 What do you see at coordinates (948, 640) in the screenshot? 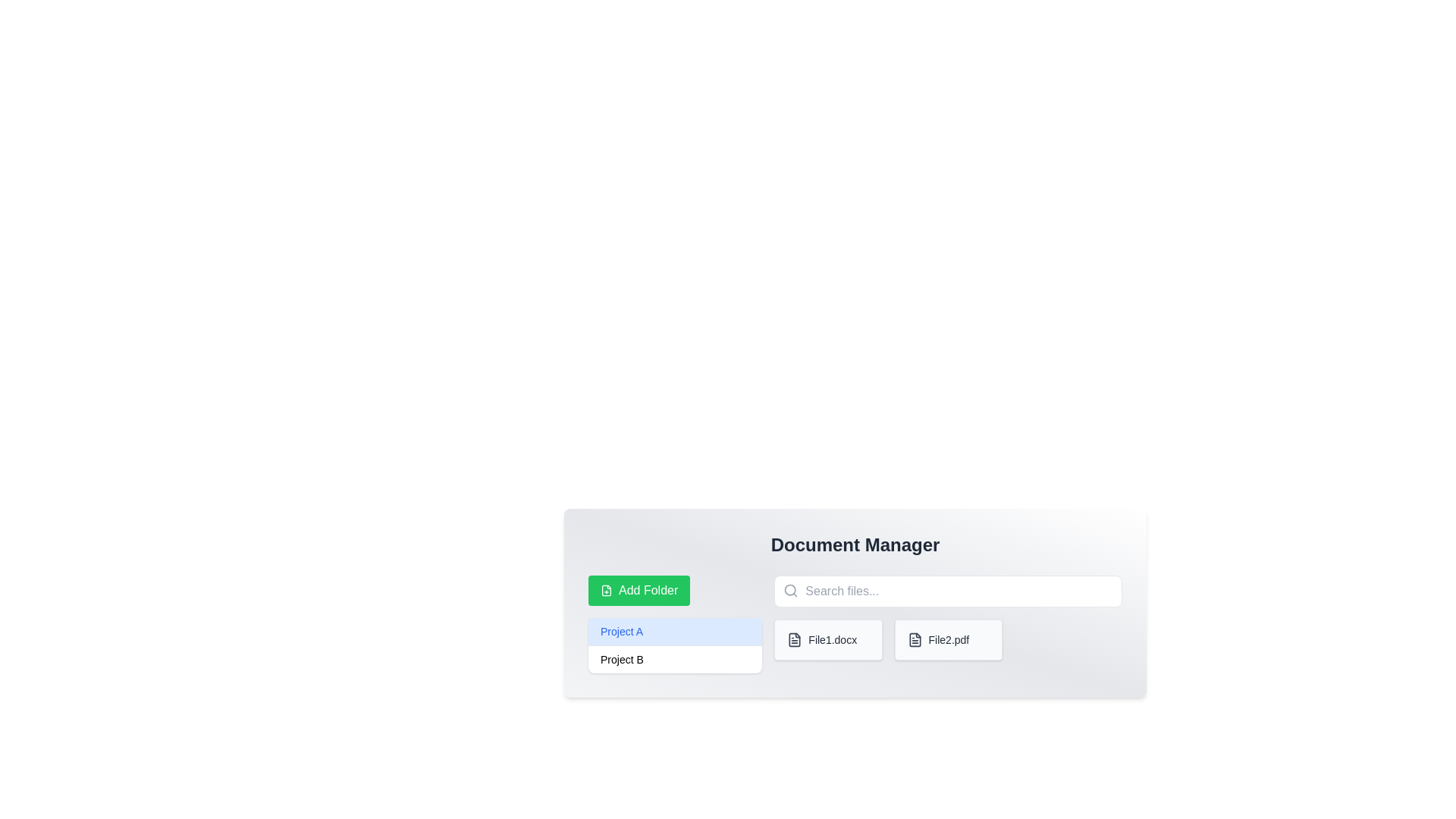
I see `the static text label 'File2.pdf' which is styled with a smaller font size and medium weight, located in the file card on the middle-right of the Document Manager interface` at bounding box center [948, 640].